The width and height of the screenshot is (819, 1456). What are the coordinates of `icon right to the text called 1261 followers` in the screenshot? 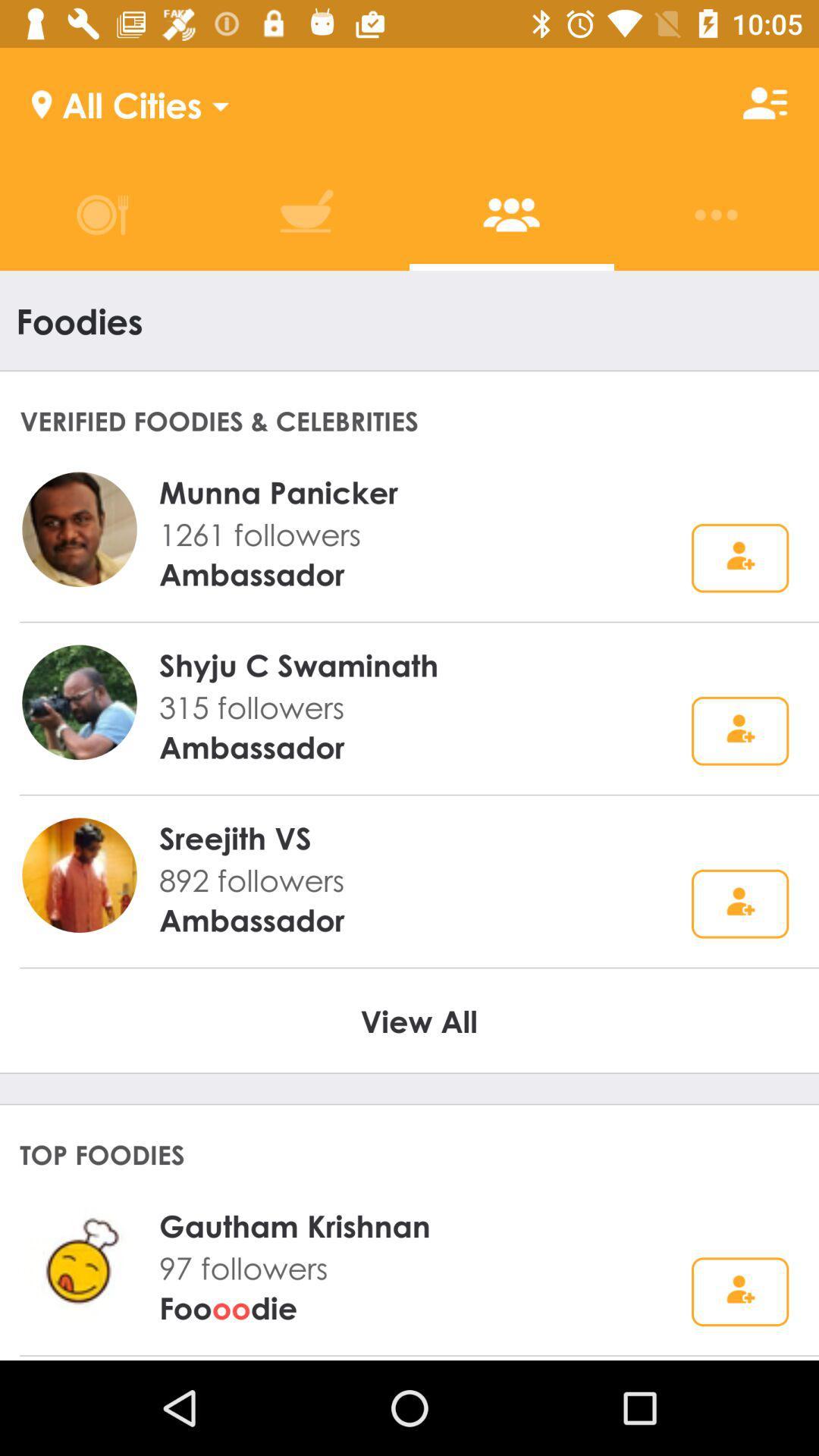 It's located at (739, 557).